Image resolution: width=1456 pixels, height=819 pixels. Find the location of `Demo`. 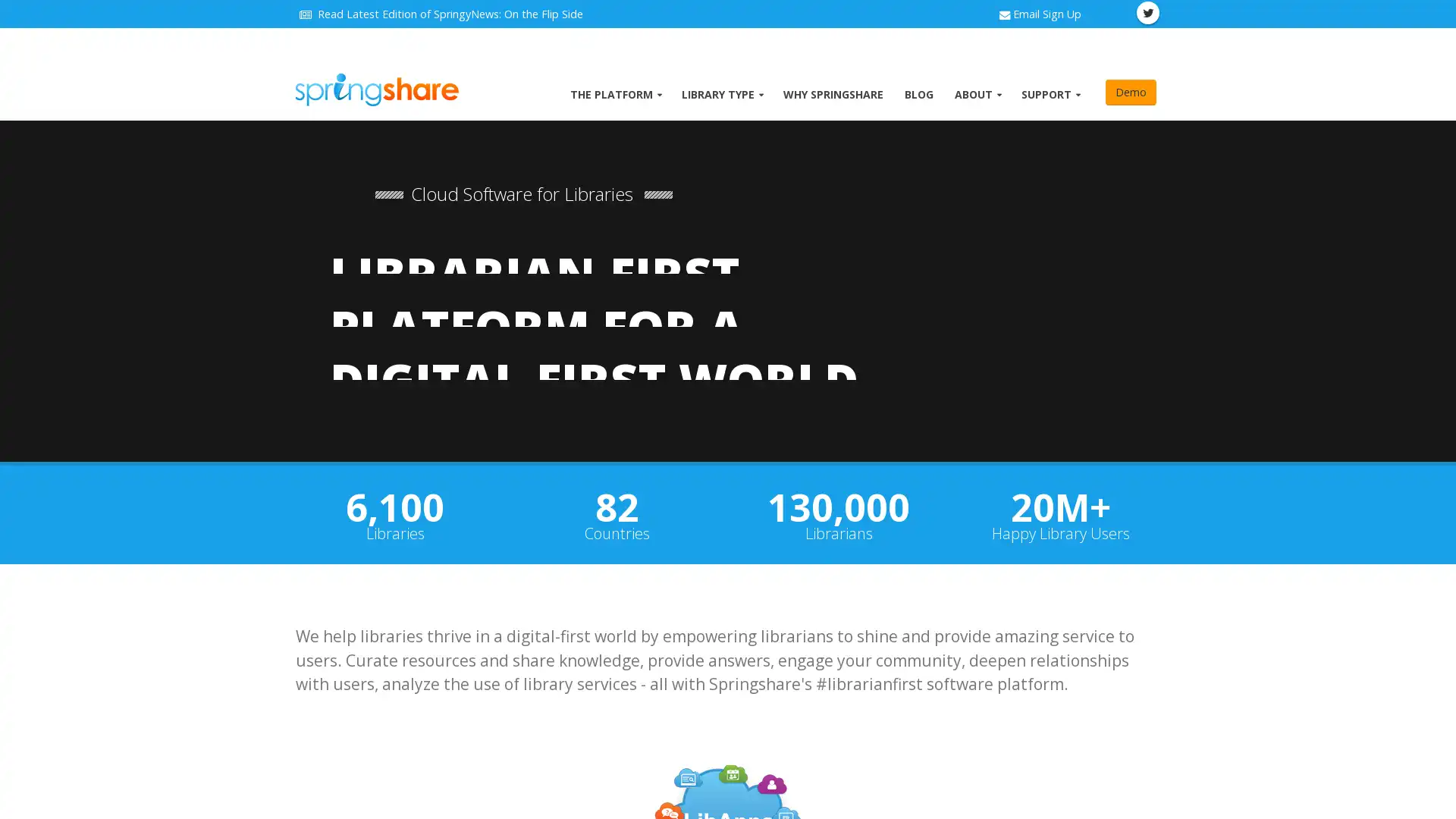

Demo is located at coordinates (1131, 93).